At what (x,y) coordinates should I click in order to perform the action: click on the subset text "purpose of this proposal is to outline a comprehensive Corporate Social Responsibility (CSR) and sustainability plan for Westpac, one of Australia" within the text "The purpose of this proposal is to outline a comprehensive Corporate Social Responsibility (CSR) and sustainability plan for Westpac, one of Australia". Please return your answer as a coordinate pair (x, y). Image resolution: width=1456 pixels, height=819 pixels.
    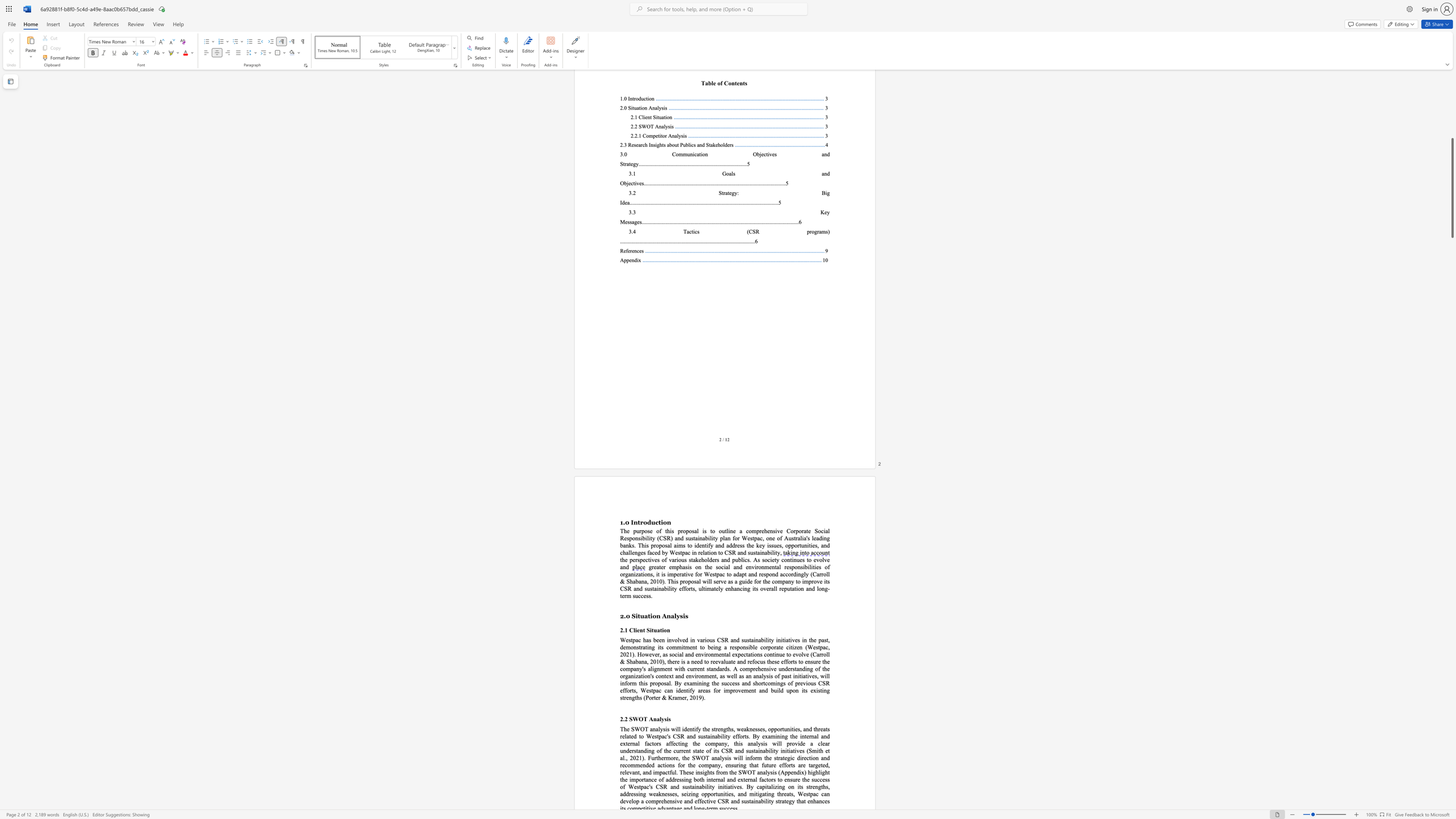
    Looking at the image, I should click on (633, 530).